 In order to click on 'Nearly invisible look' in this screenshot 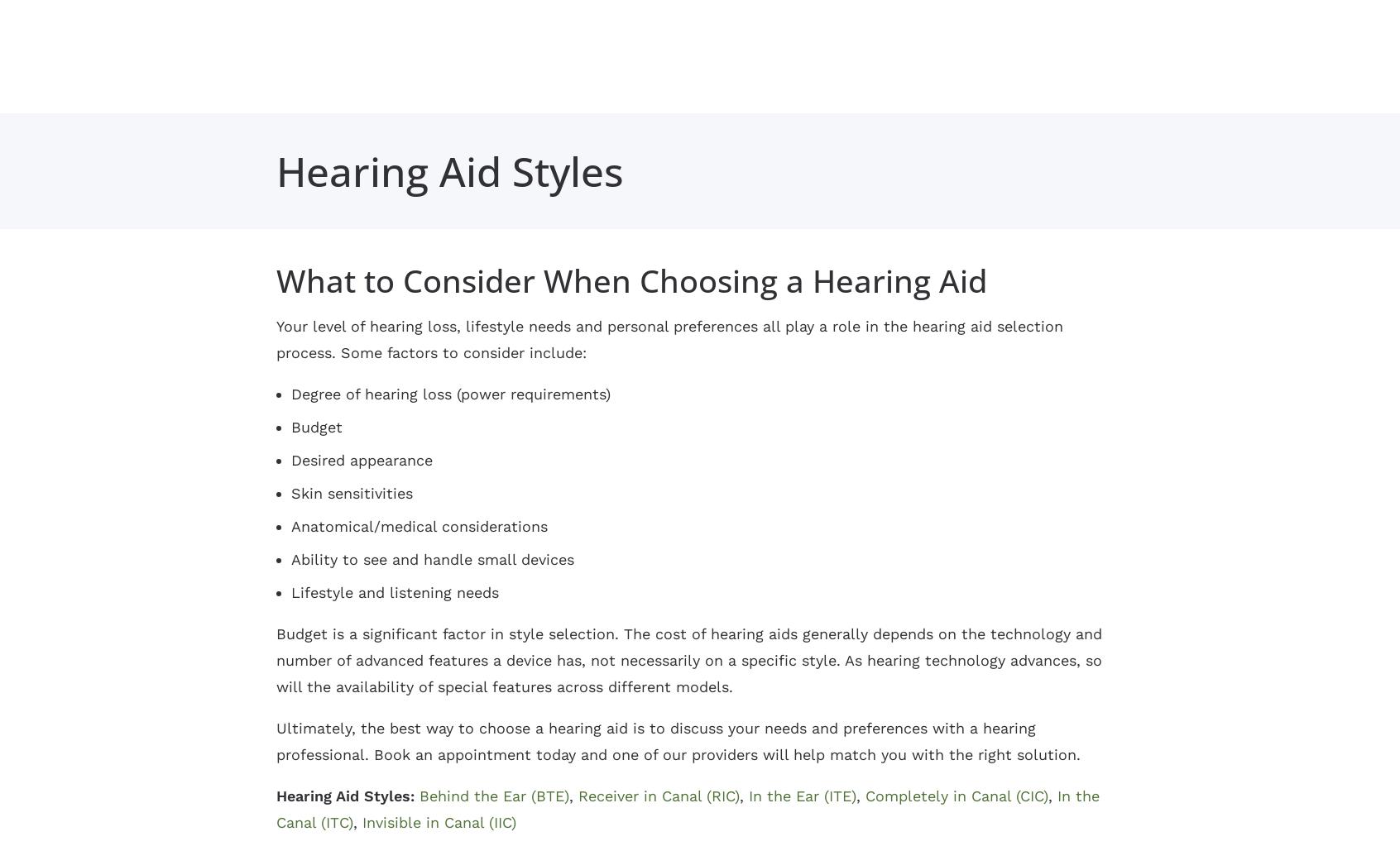, I will do `click(591, 686)`.